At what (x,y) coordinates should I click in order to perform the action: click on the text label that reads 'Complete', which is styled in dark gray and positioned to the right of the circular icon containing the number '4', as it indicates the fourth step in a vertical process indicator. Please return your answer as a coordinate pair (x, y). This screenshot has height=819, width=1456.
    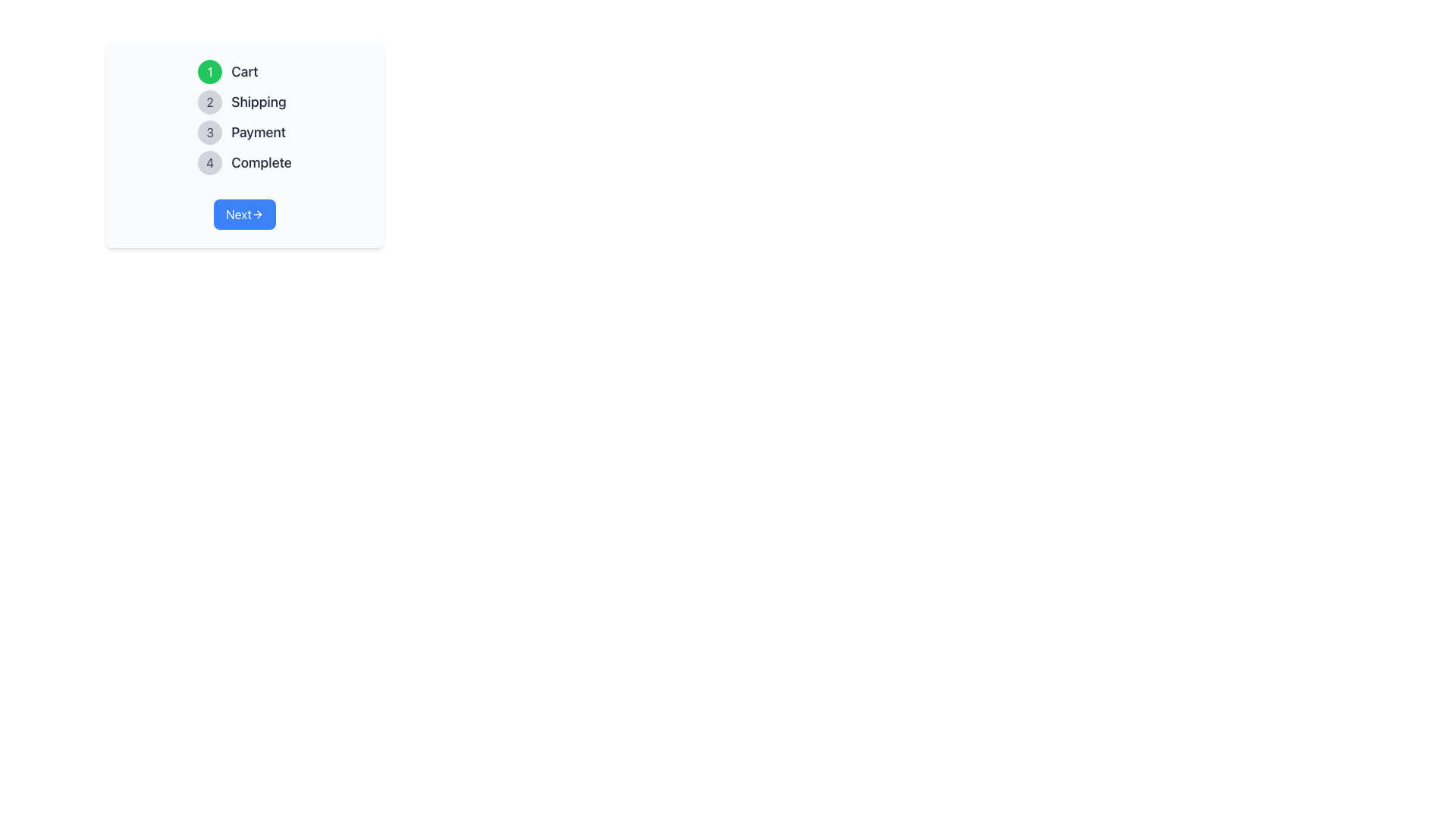
    Looking at the image, I should click on (262, 163).